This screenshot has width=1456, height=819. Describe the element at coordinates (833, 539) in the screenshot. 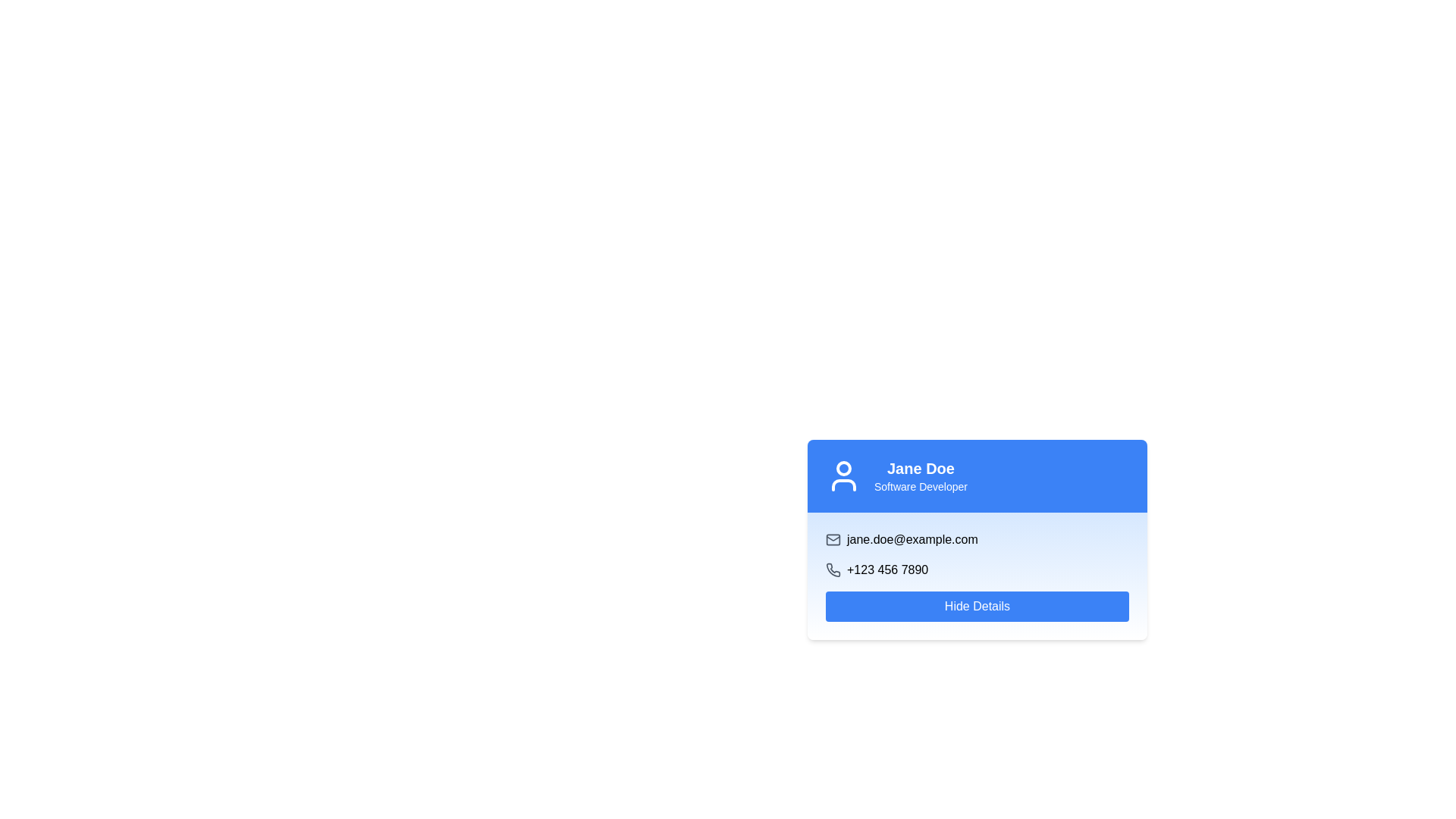

I see `the decorative icon located to the left of the email text 'jane.doe@example.com' in the contact information section` at that location.